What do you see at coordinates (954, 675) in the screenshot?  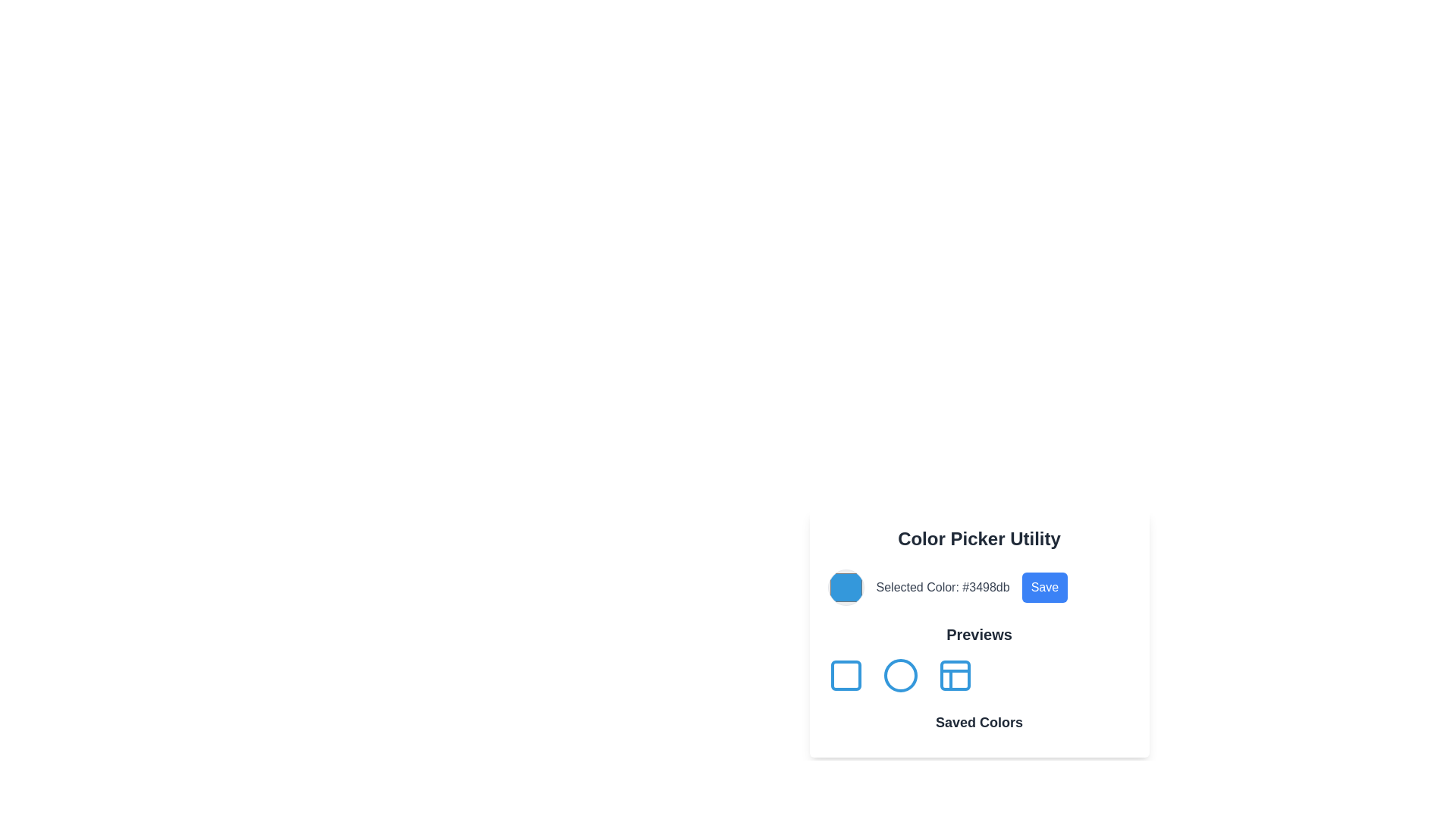 I see `the small, rounded blue rectangle within the third preview icon in the 'Previews' section of the 'Color Picker Utility'` at bounding box center [954, 675].